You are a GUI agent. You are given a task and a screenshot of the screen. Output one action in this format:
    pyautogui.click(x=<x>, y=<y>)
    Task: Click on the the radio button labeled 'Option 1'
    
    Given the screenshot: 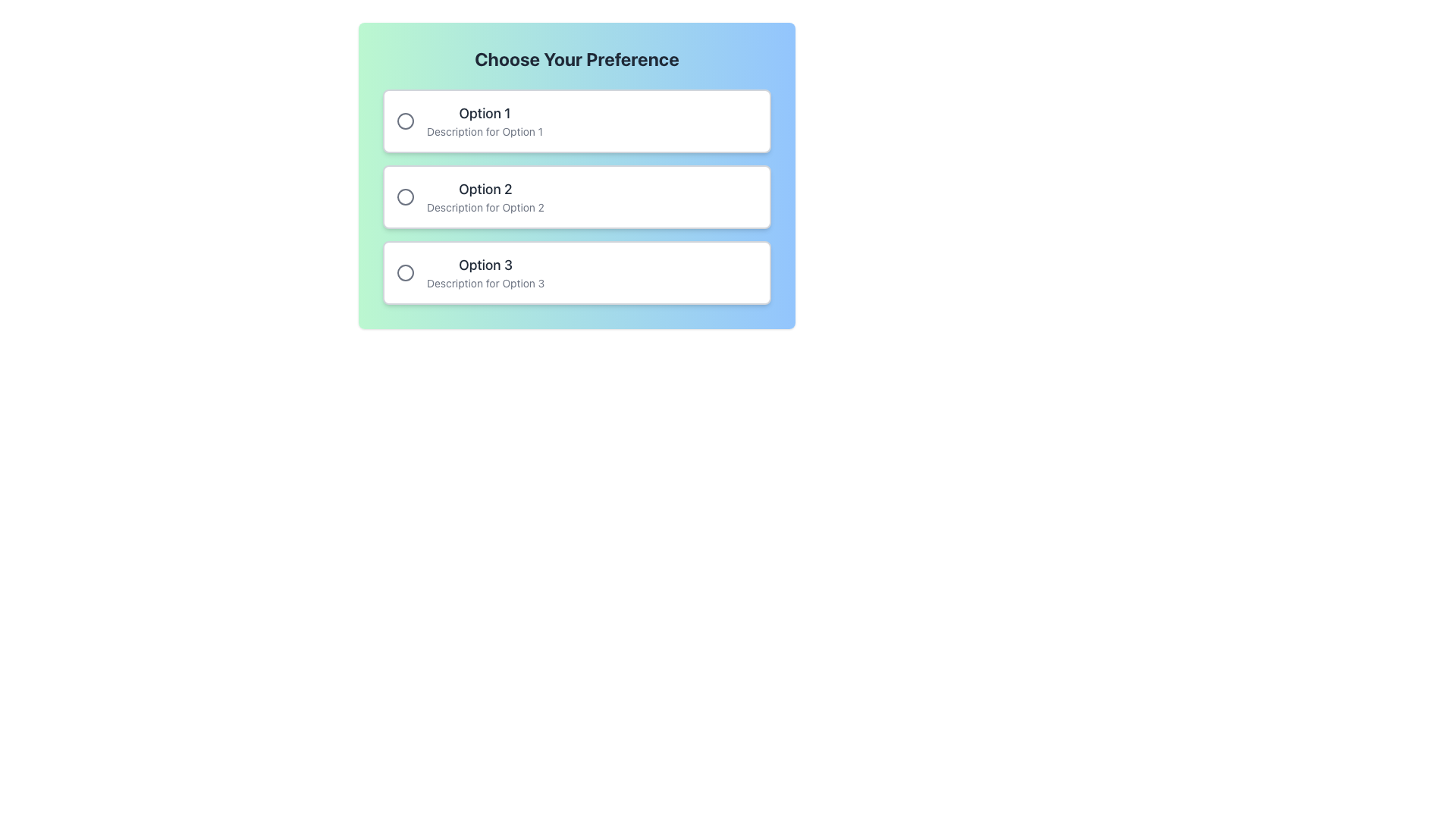 What is the action you would take?
    pyautogui.click(x=469, y=120)
    